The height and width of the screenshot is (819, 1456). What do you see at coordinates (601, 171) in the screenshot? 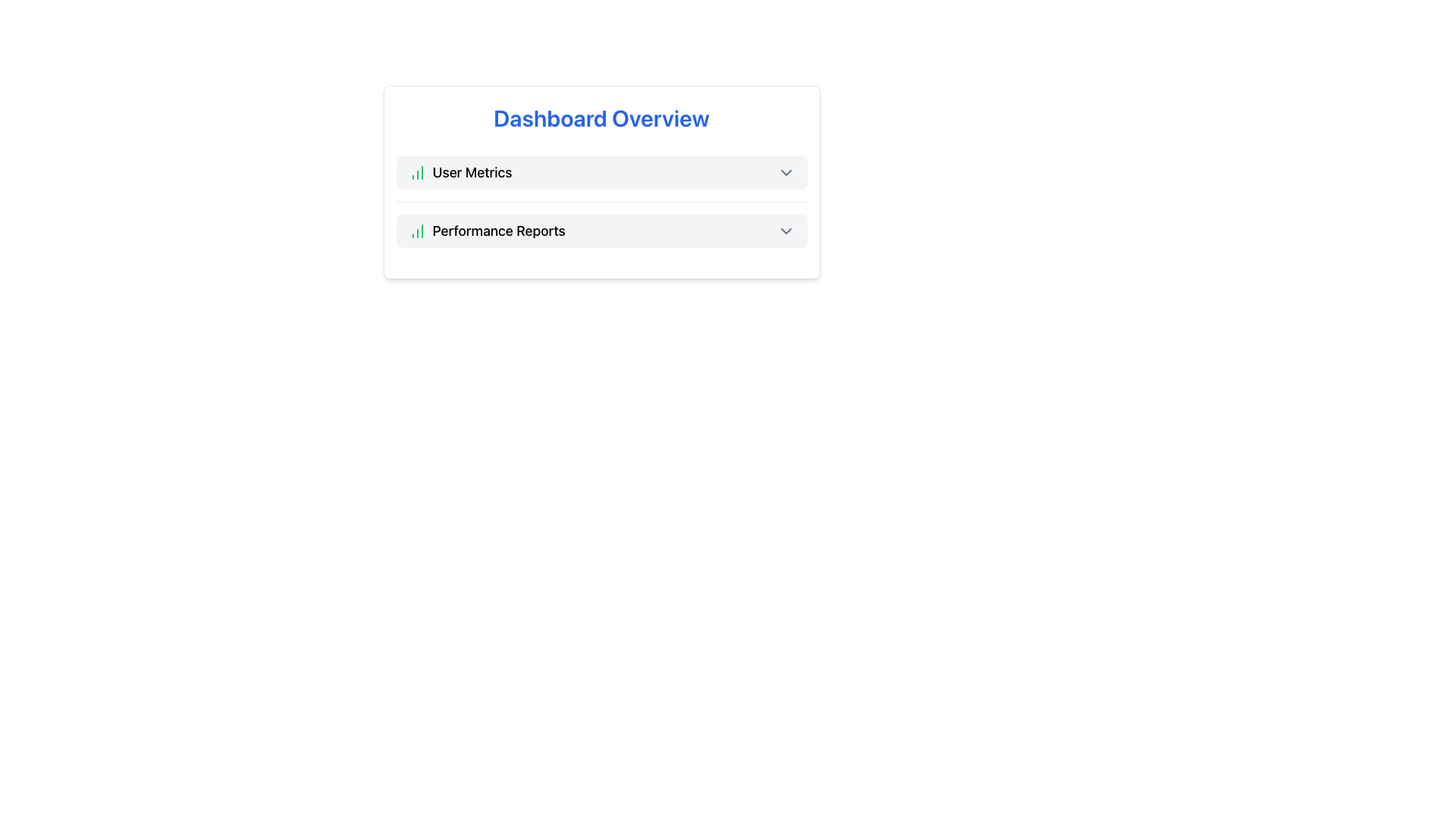
I see `the first button in the vertical list of options under 'Dashboard Overview'` at bounding box center [601, 171].